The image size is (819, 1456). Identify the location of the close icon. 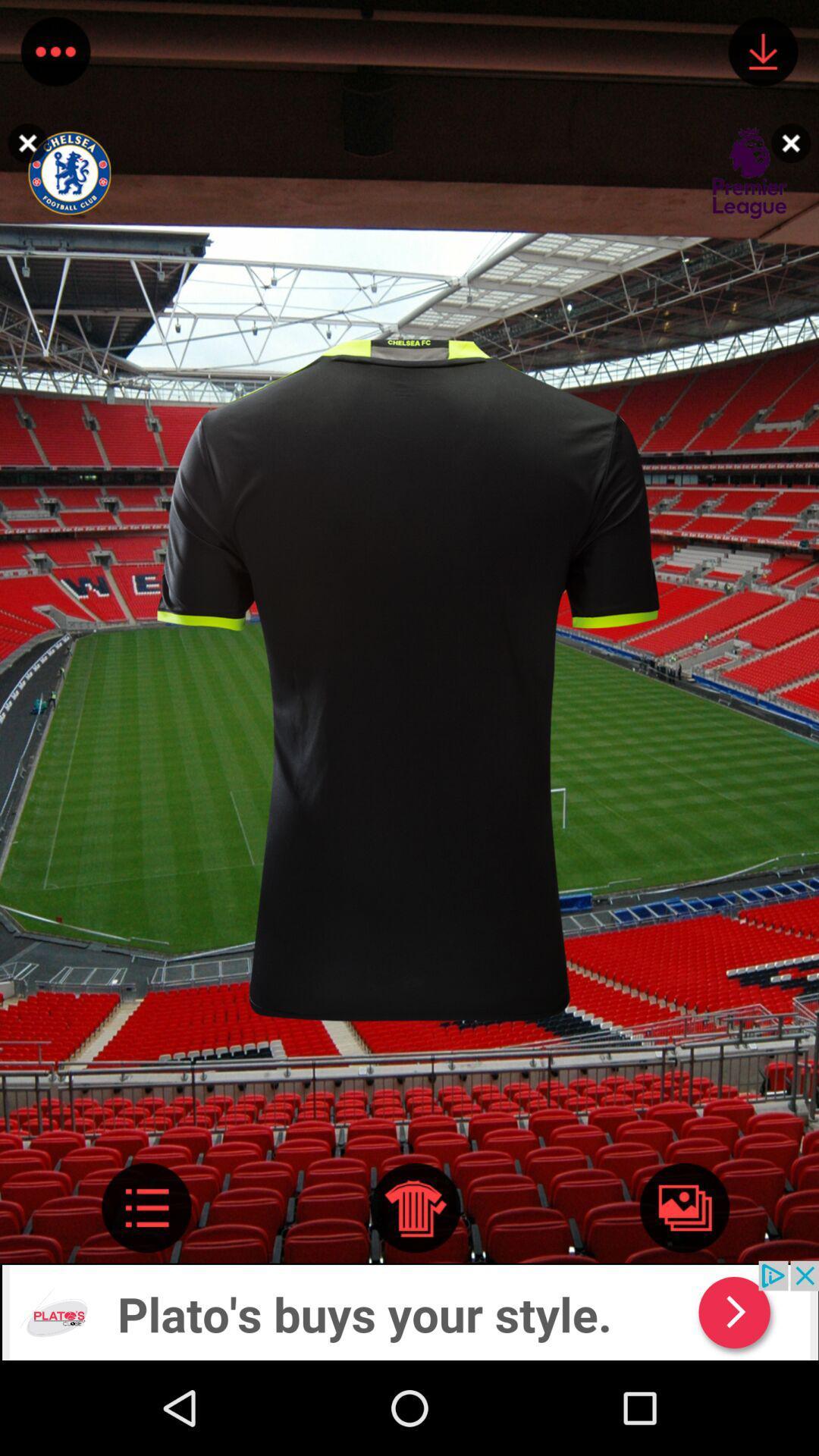
(24, 143).